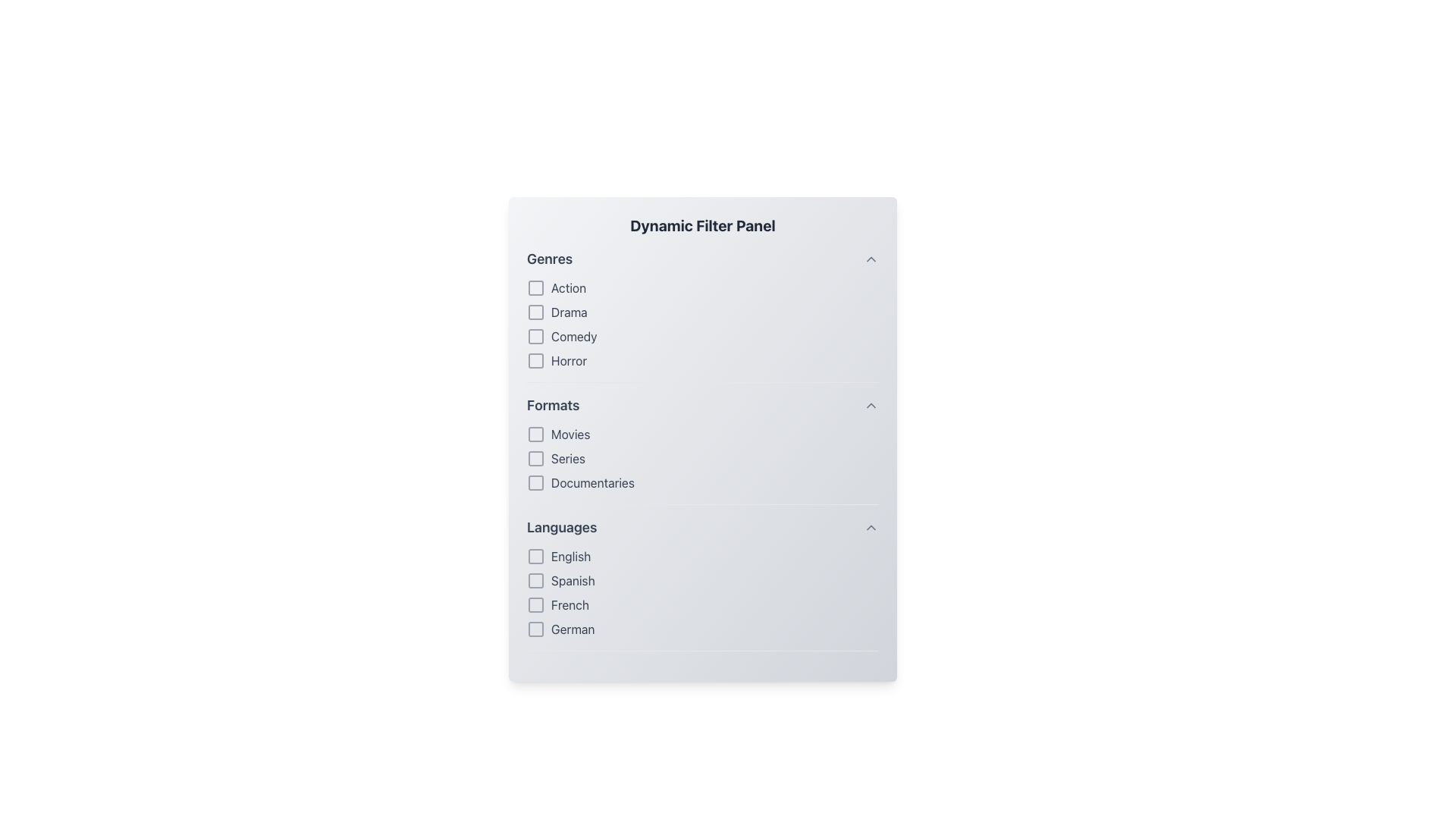  Describe the element at coordinates (871, 259) in the screenshot. I see `the Interactive Icon (Chevron) located to the right of the 'Genres' section title for visual feedback` at that location.